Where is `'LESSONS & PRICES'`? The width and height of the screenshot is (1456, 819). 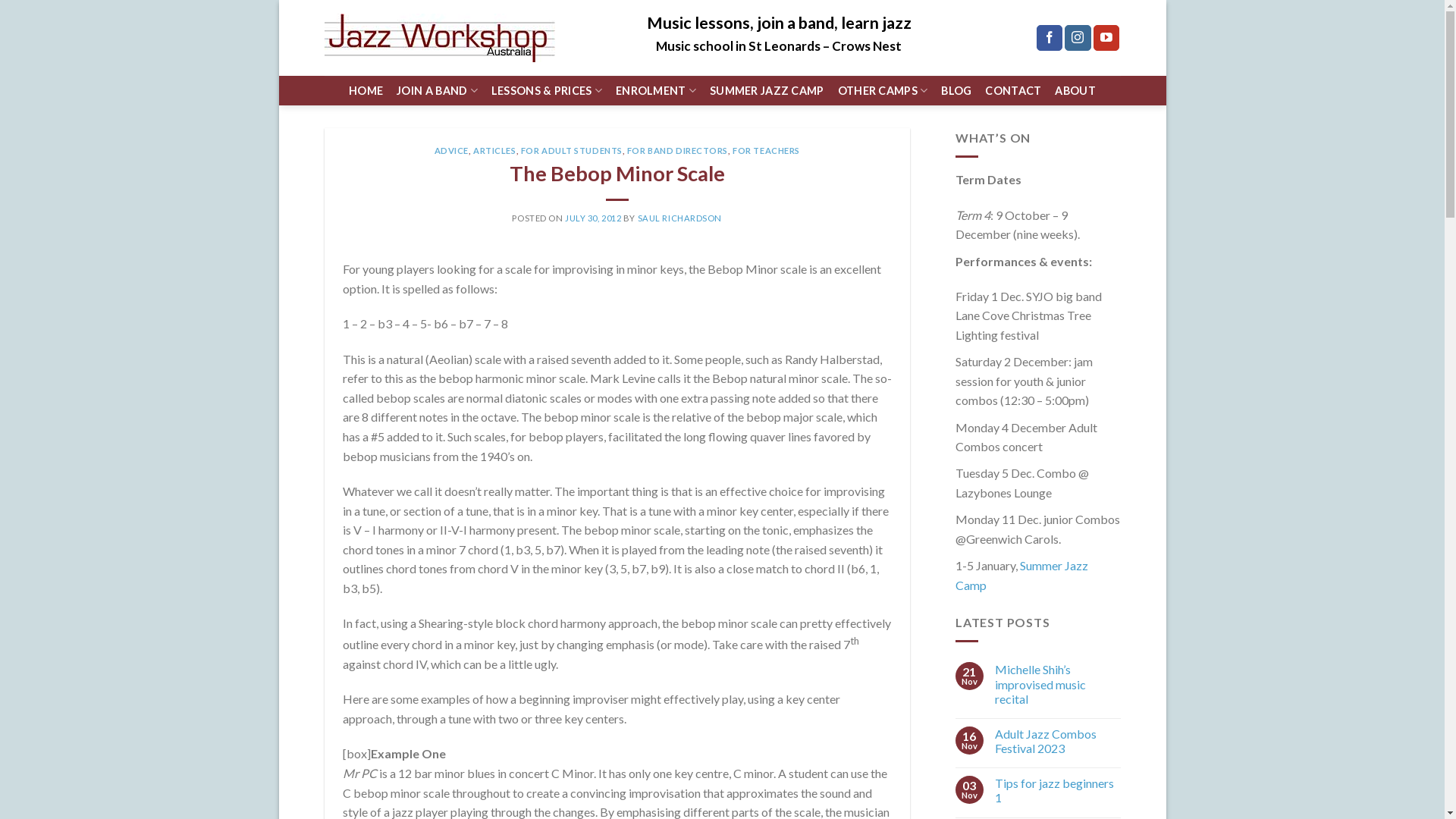
'LESSONS & PRICES' is located at coordinates (491, 90).